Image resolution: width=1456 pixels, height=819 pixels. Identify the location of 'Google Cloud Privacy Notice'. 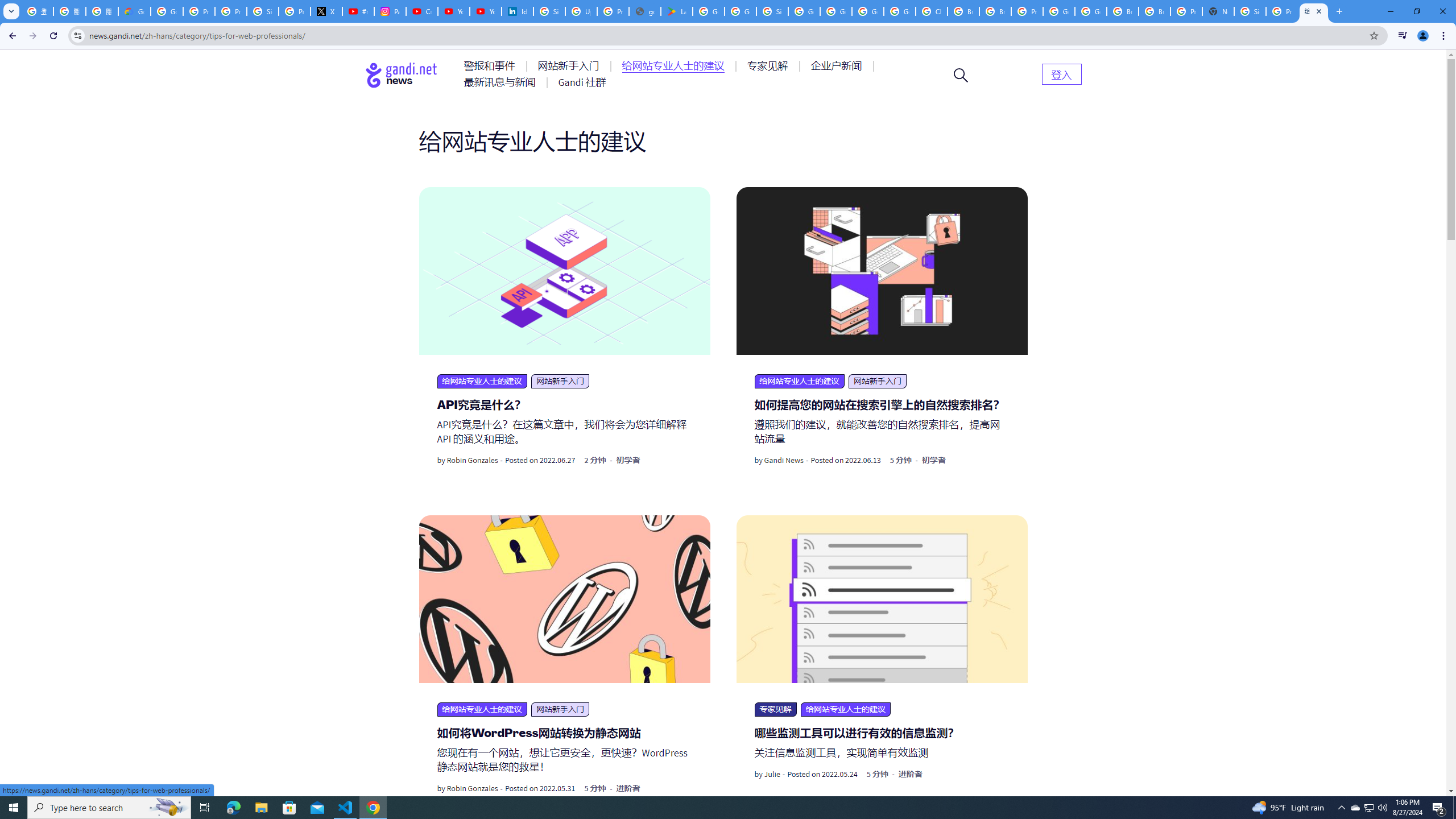
(134, 11).